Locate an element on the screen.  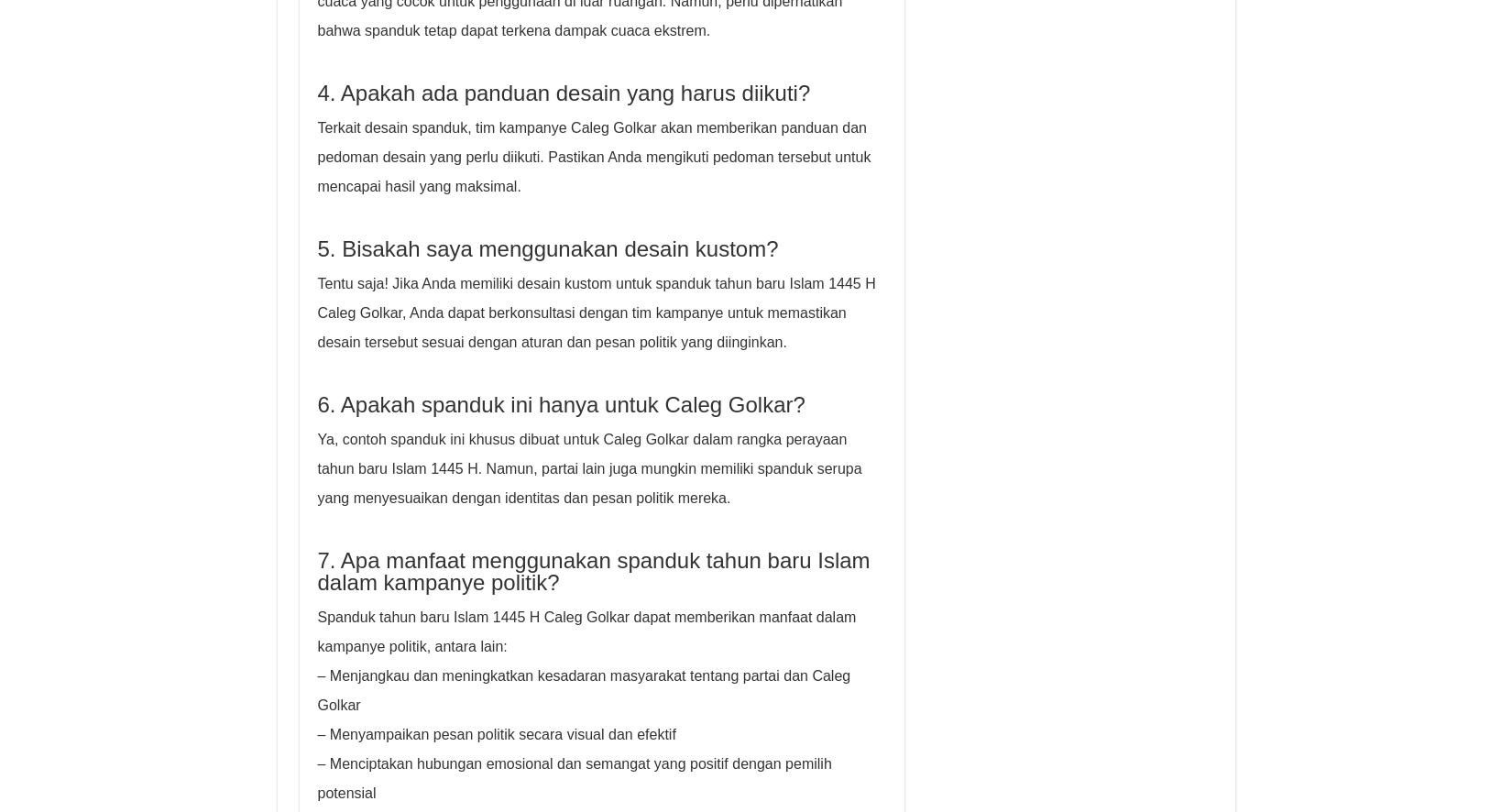
'– Menciptakan hubungan emosional dan semangat yang positif dengan pemilih potensial' is located at coordinates (573, 777).